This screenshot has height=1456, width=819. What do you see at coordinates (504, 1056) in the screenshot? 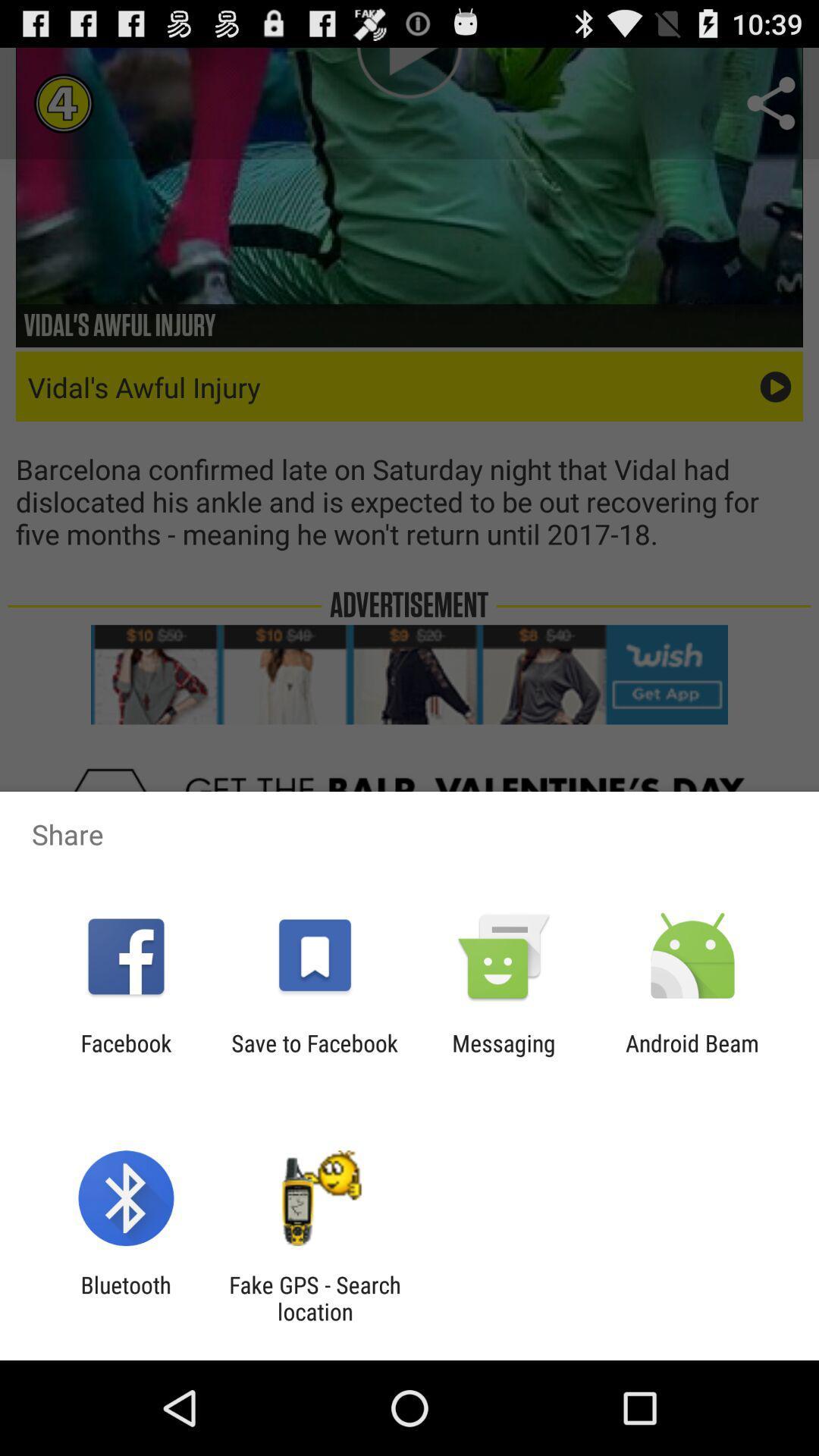
I see `messaging icon` at bounding box center [504, 1056].